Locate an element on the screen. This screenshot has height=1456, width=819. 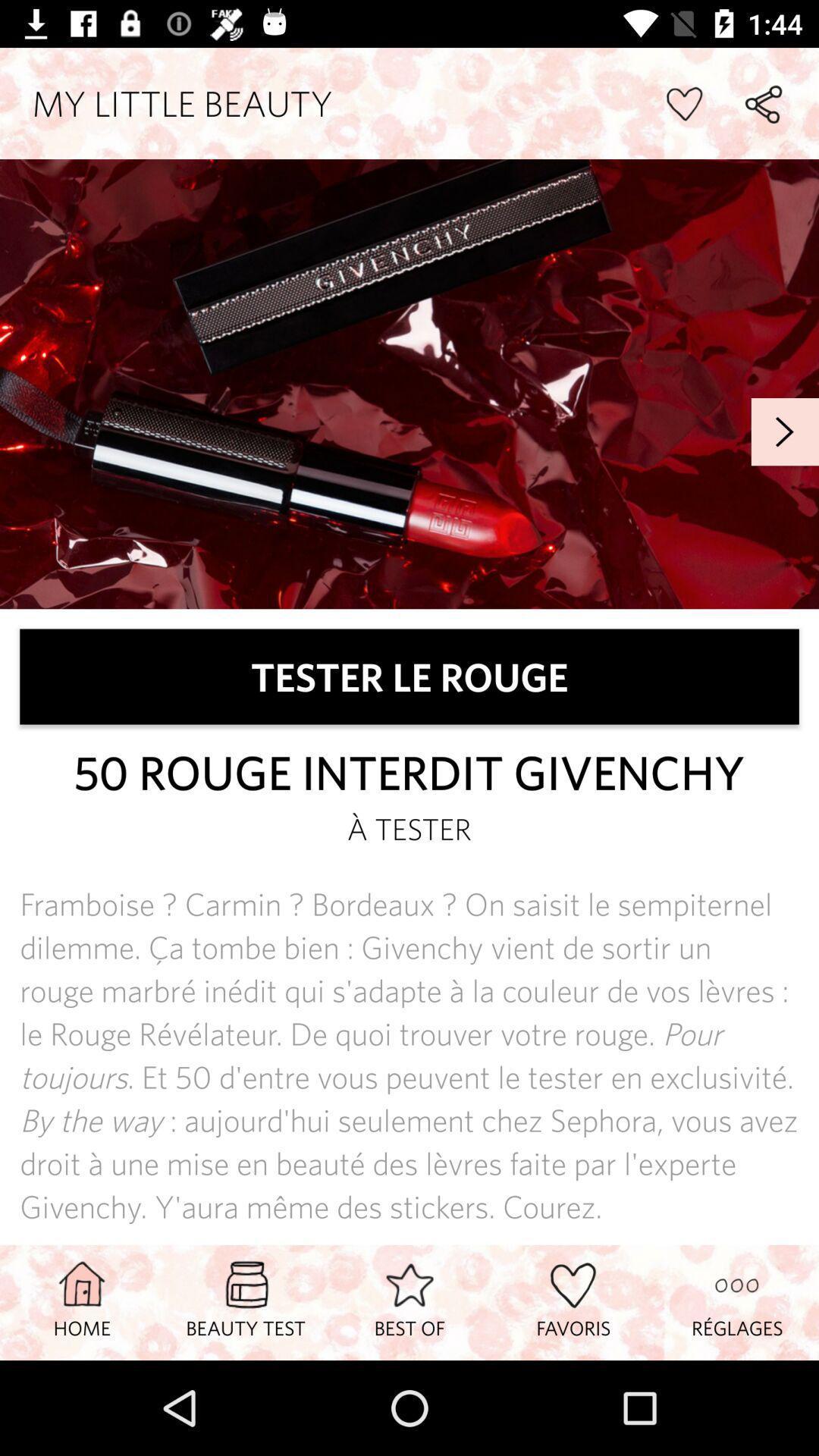
share page is located at coordinates (763, 102).